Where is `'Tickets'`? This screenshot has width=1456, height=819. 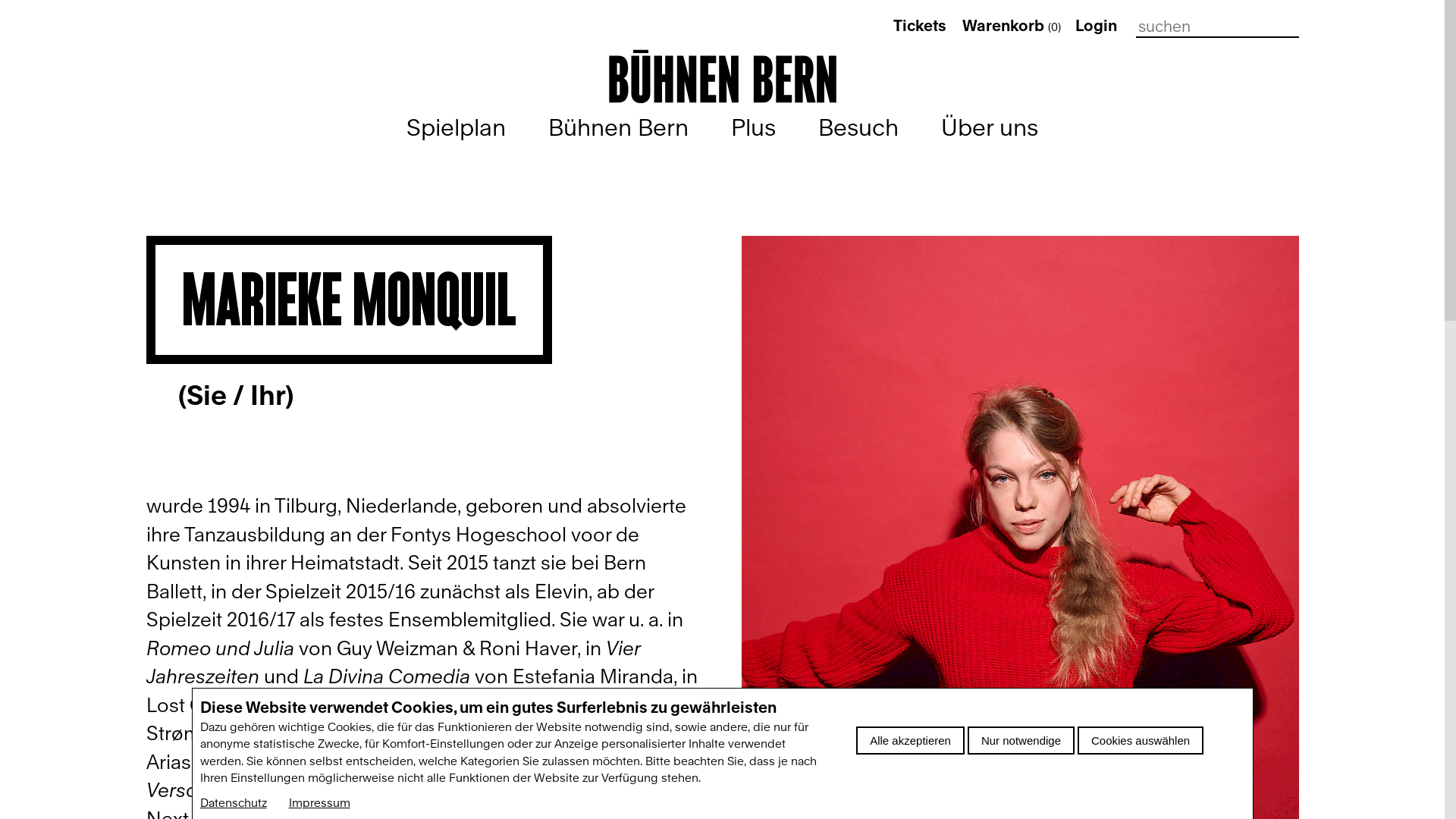 'Tickets' is located at coordinates (919, 26).